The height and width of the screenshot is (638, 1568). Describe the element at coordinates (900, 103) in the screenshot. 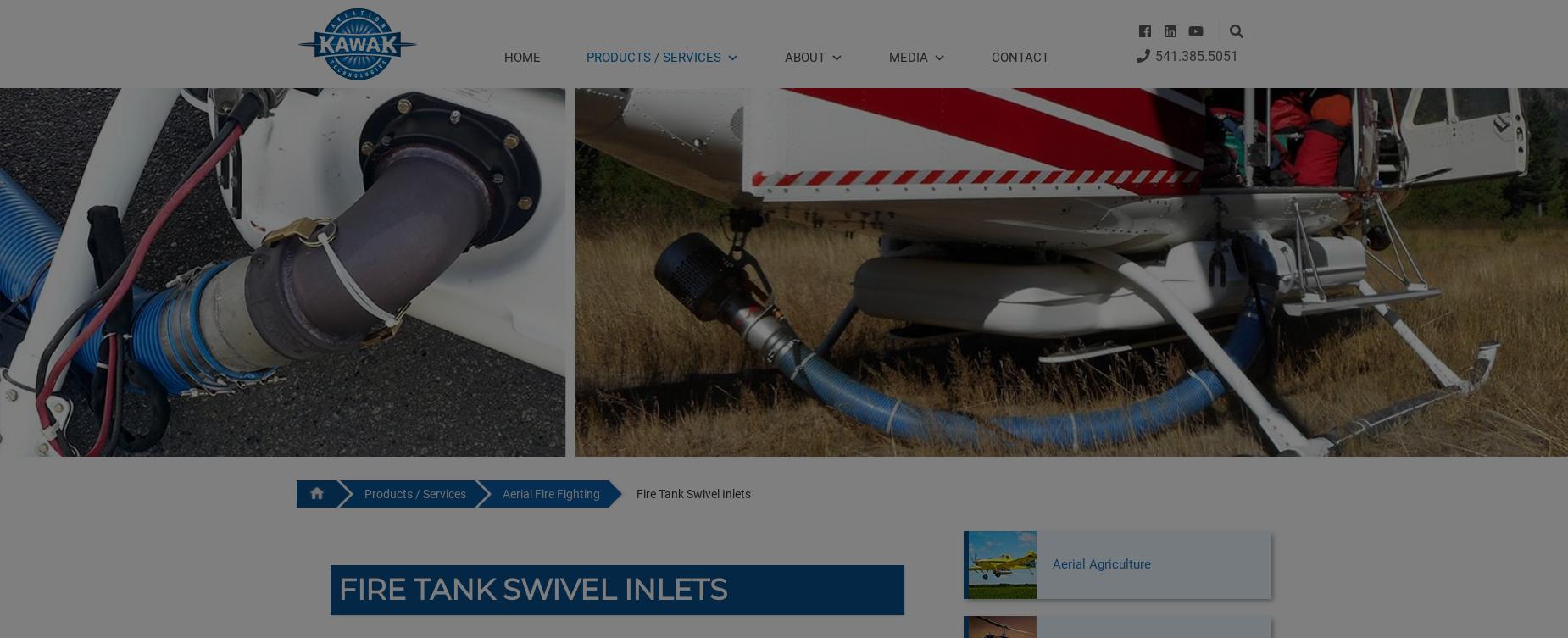

I see `'Press'` at that location.